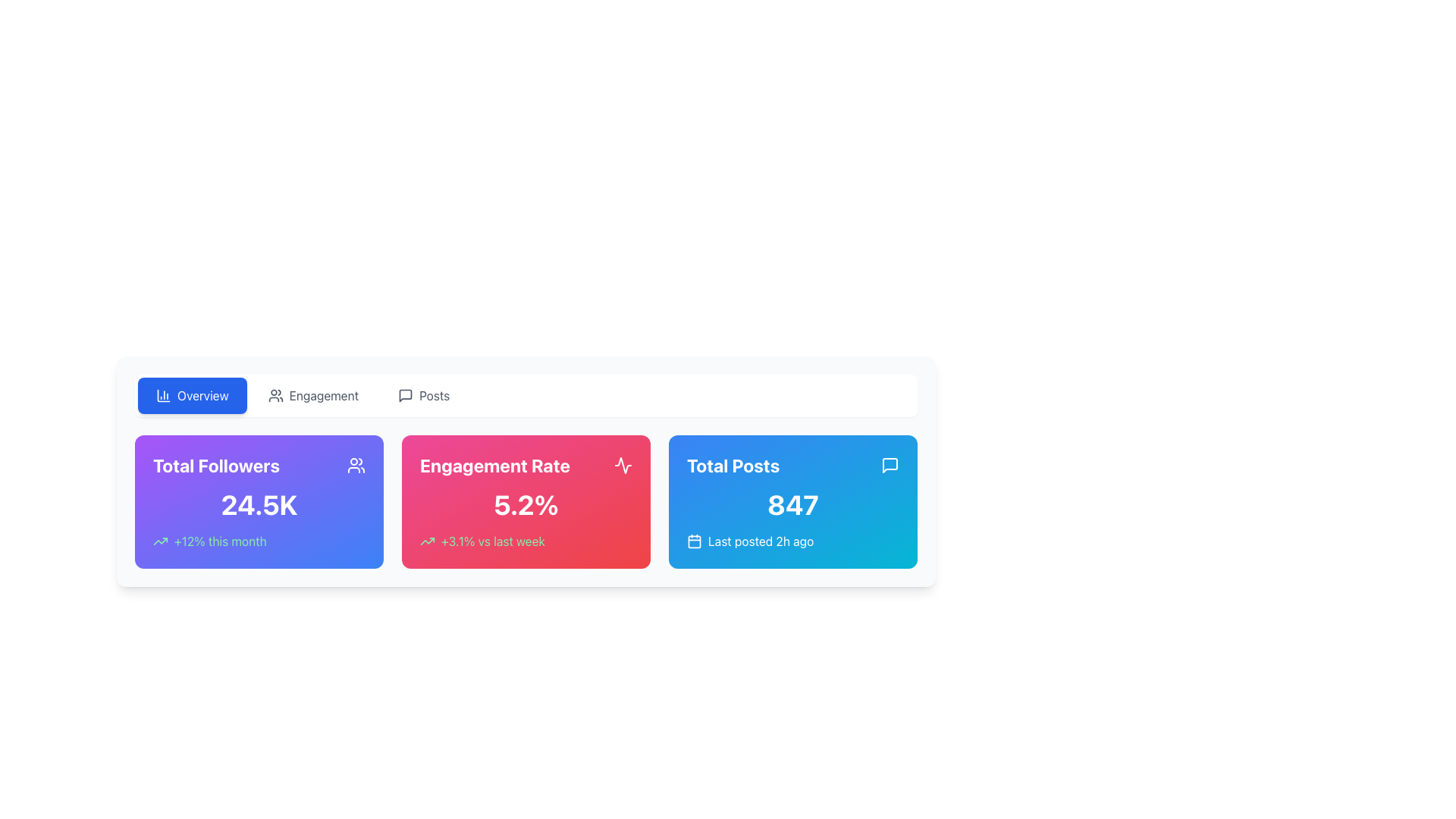 The width and height of the screenshot is (1456, 819). I want to click on the icon located at the top-right corner of the 'Total Posts' card, adjacent to the section's title and numerical data, so click(890, 464).